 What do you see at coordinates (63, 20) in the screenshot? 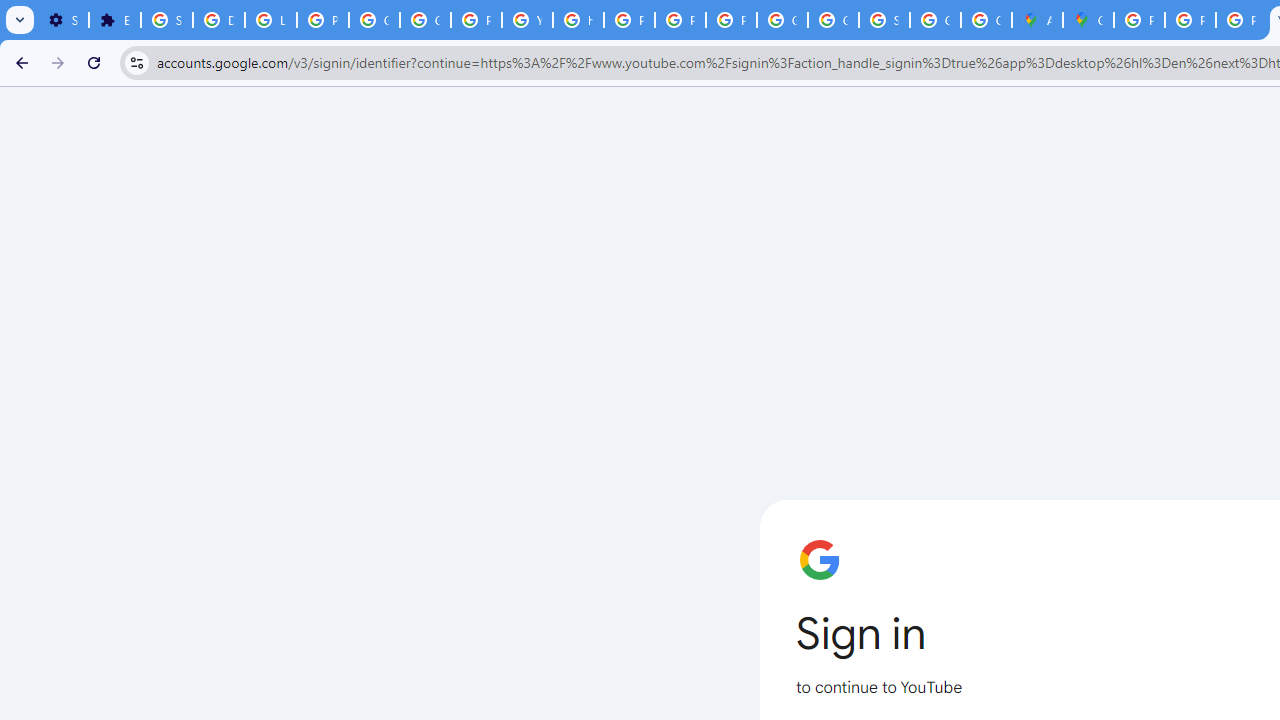
I see `'Settings - On startup'` at bounding box center [63, 20].